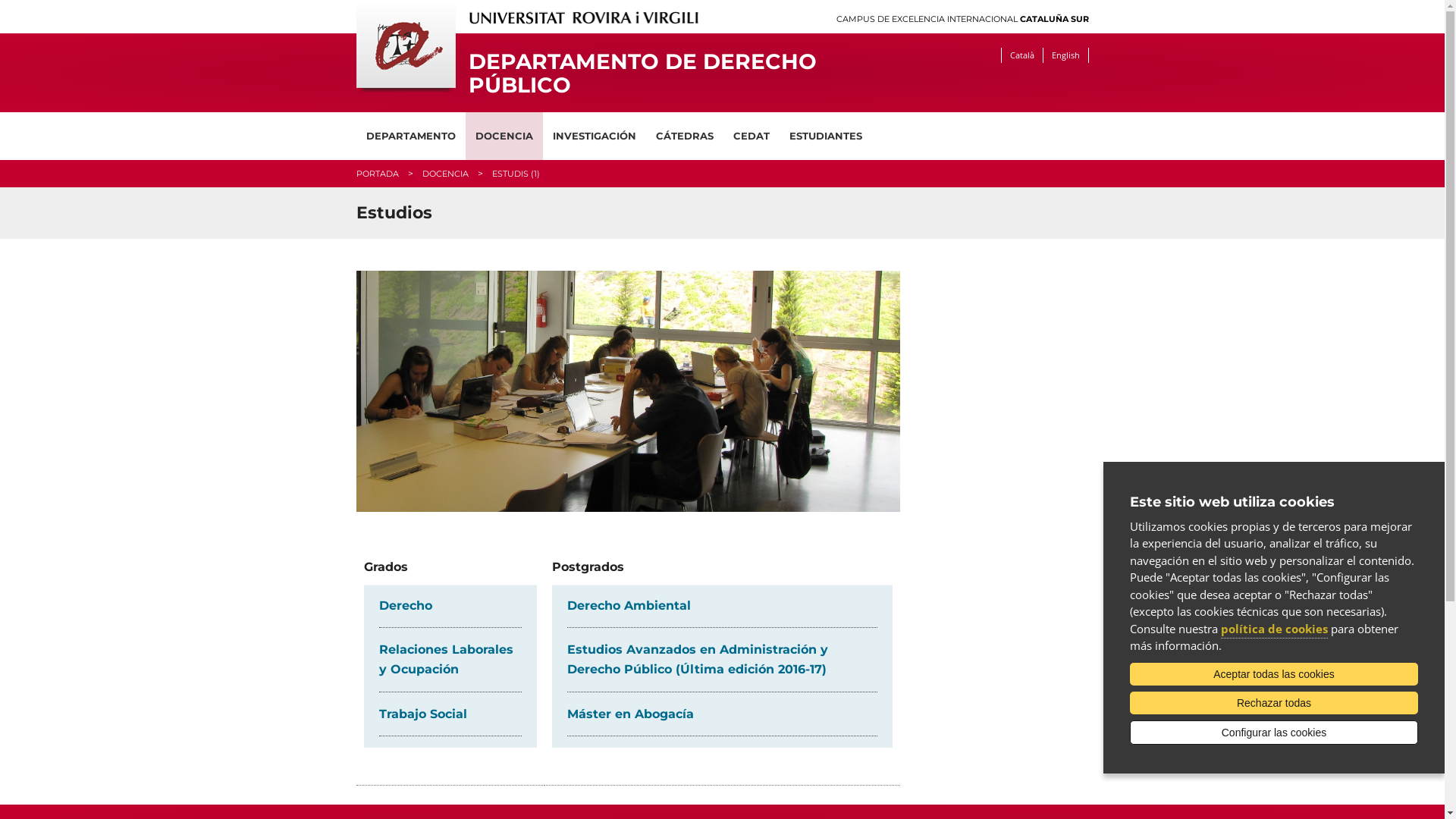 The image size is (1456, 819). What do you see at coordinates (444, 172) in the screenshot?
I see `'DOCENCIA'` at bounding box center [444, 172].